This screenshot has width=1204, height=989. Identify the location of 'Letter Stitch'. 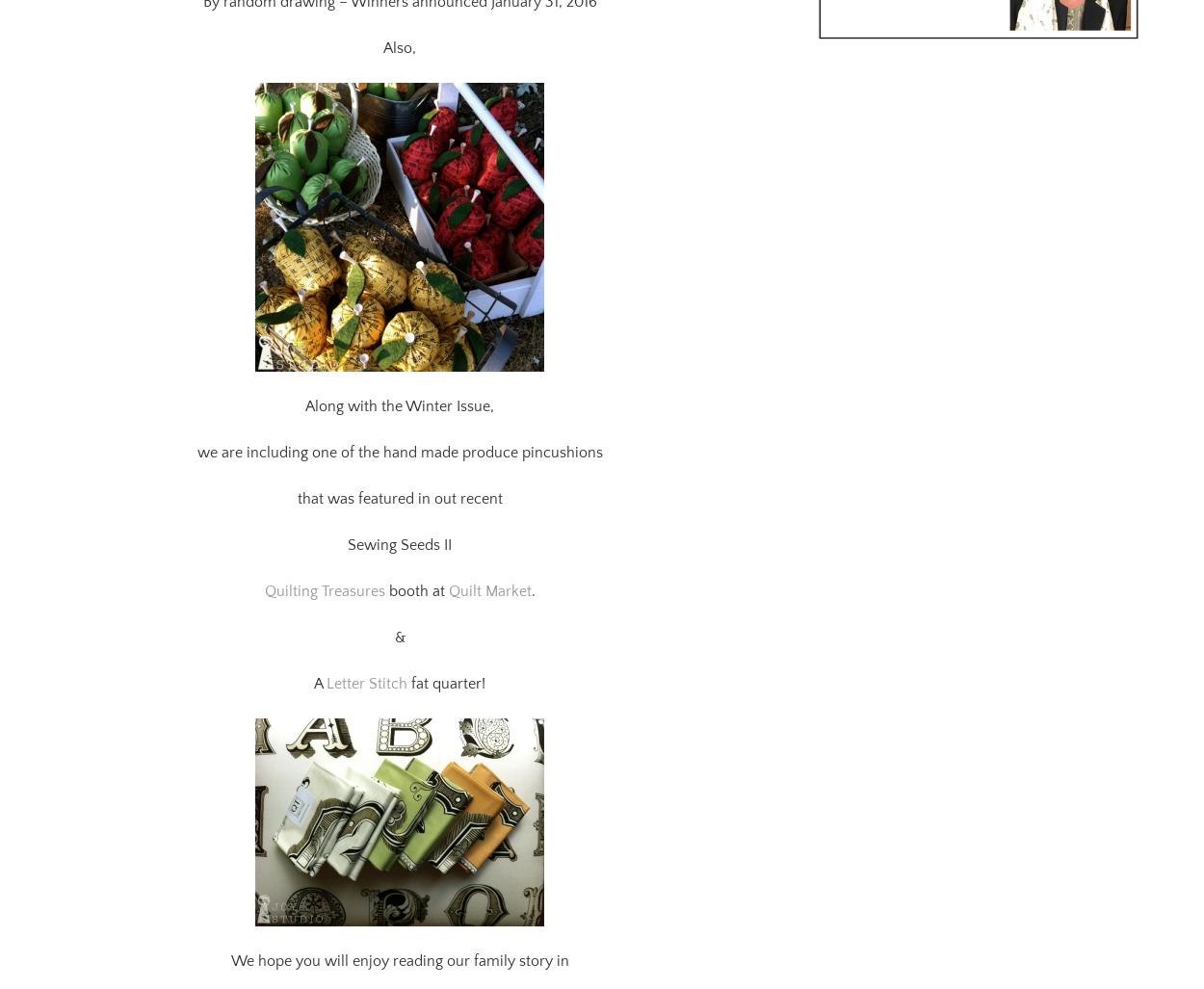
(367, 661).